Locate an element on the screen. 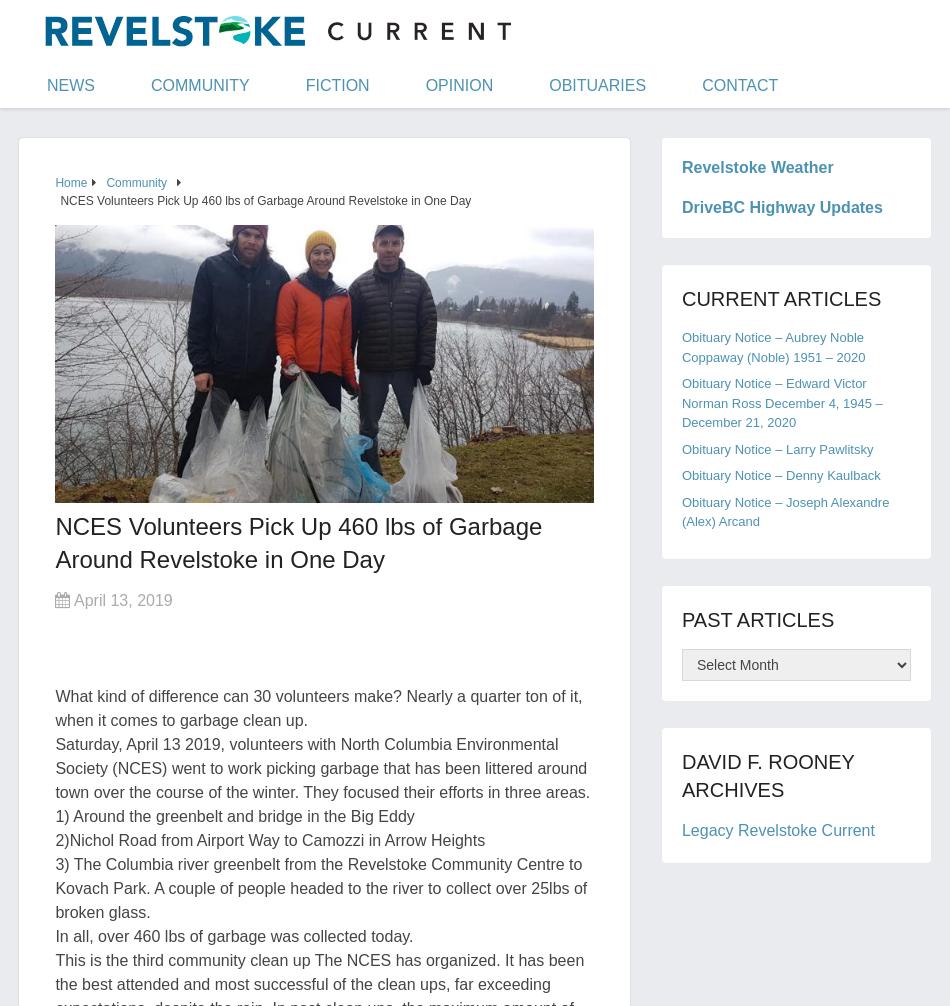 The width and height of the screenshot is (950, 1006). 'Home' is located at coordinates (70, 182).